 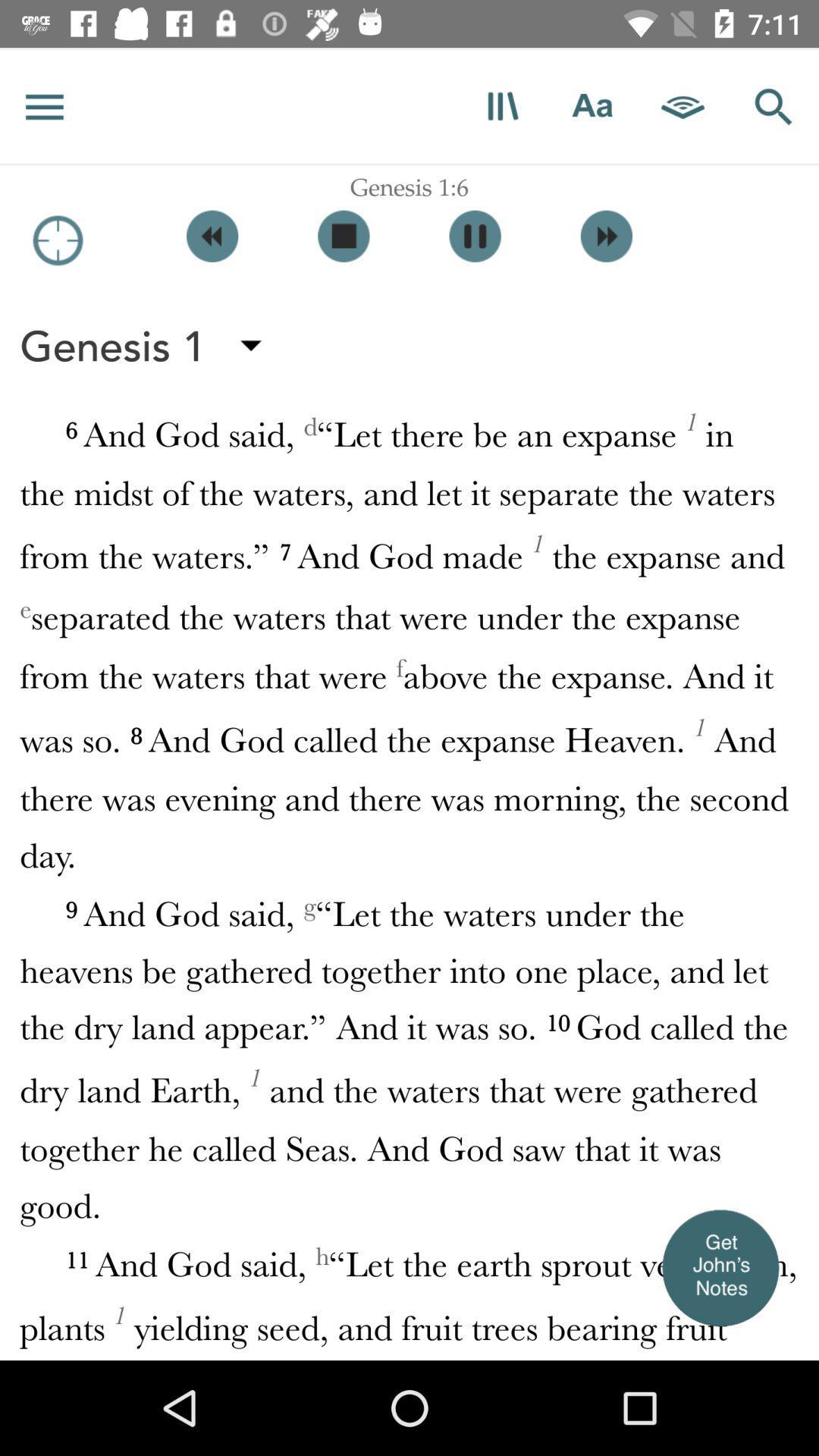 What do you see at coordinates (344, 235) in the screenshot?
I see `stop the reading` at bounding box center [344, 235].